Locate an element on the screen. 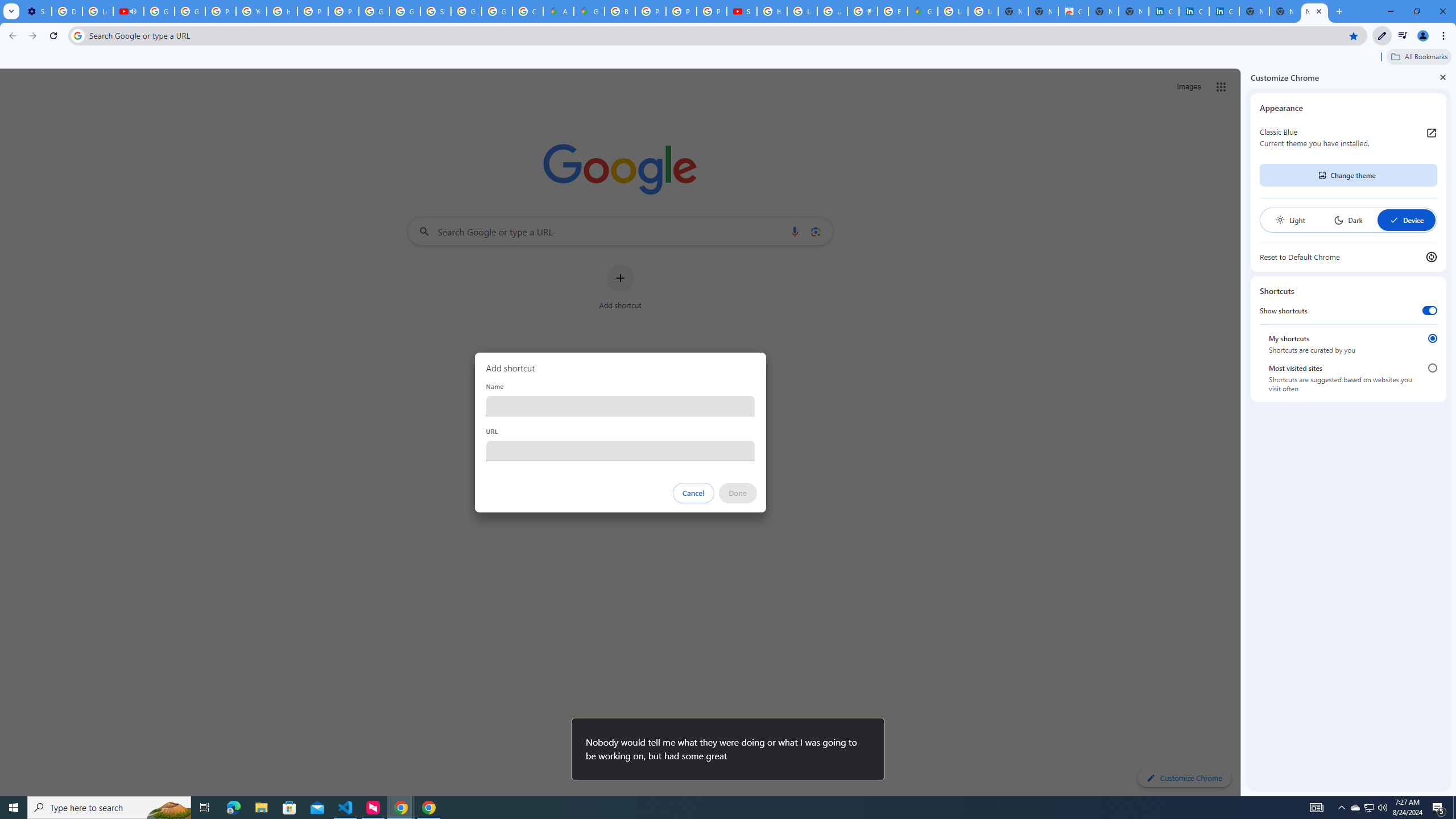 Image resolution: width=1456 pixels, height=819 pixels. 'Cookie Policy | LinkedIn' is located at coordinates (1194, 11).